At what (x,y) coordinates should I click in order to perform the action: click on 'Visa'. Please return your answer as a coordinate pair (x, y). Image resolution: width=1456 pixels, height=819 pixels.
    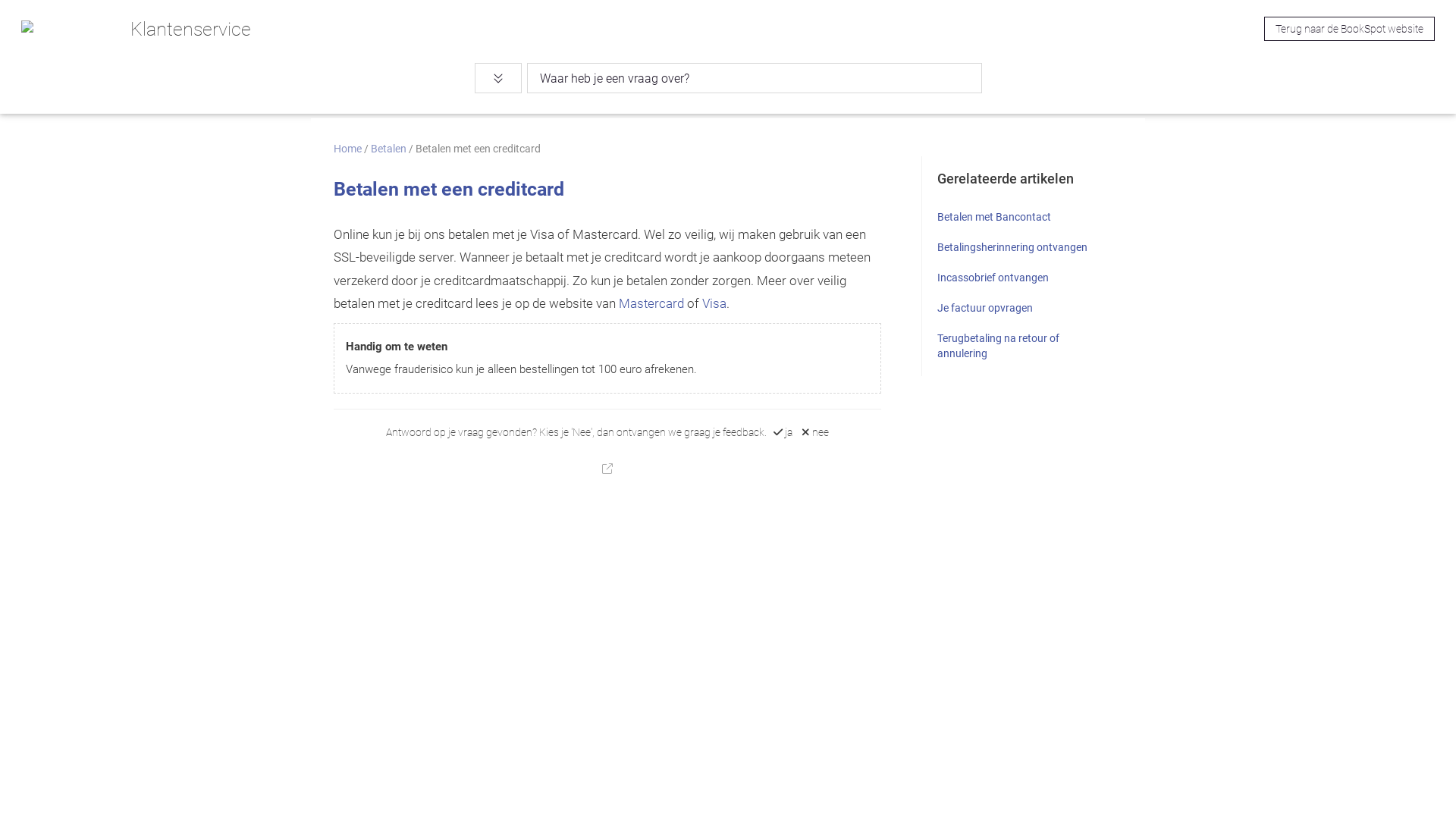
    Looking at the image, I should click on (701, 303).